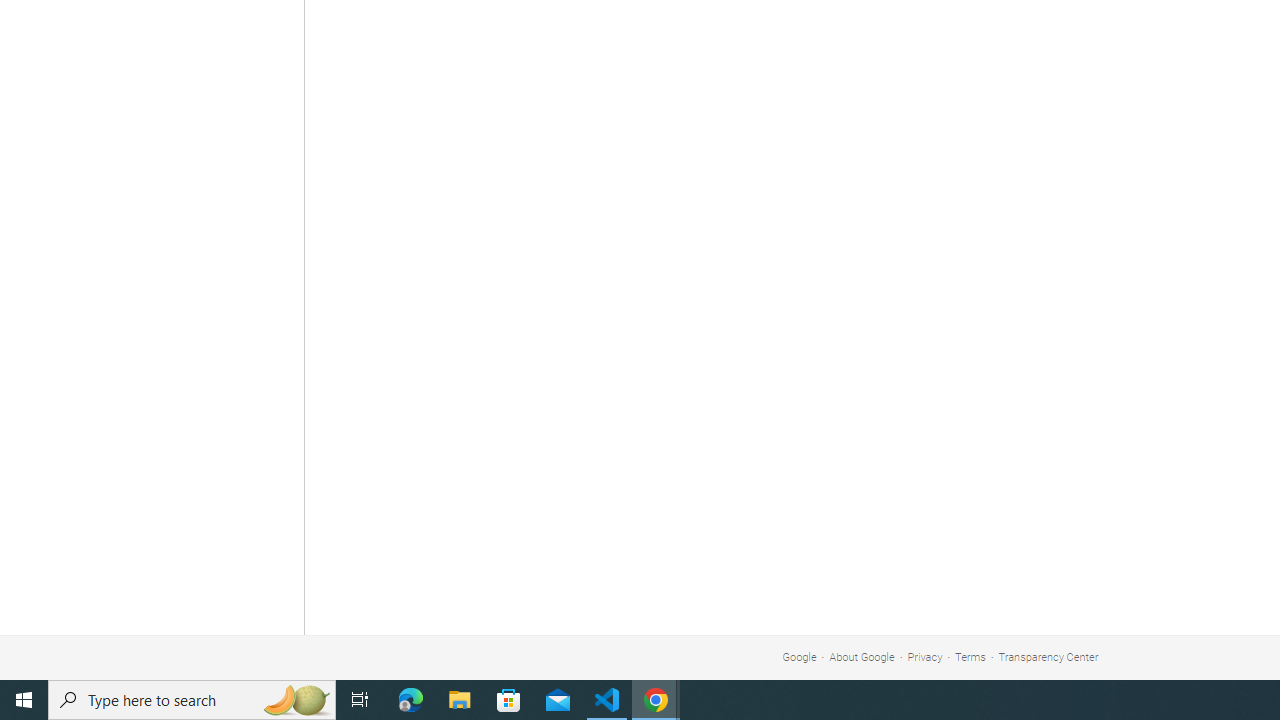 Image resolution: width=1280 pixels, height=720 pixels. Describe the element at coordinates (862, 657) in the screenshot. I see `'About Google'` at that location.